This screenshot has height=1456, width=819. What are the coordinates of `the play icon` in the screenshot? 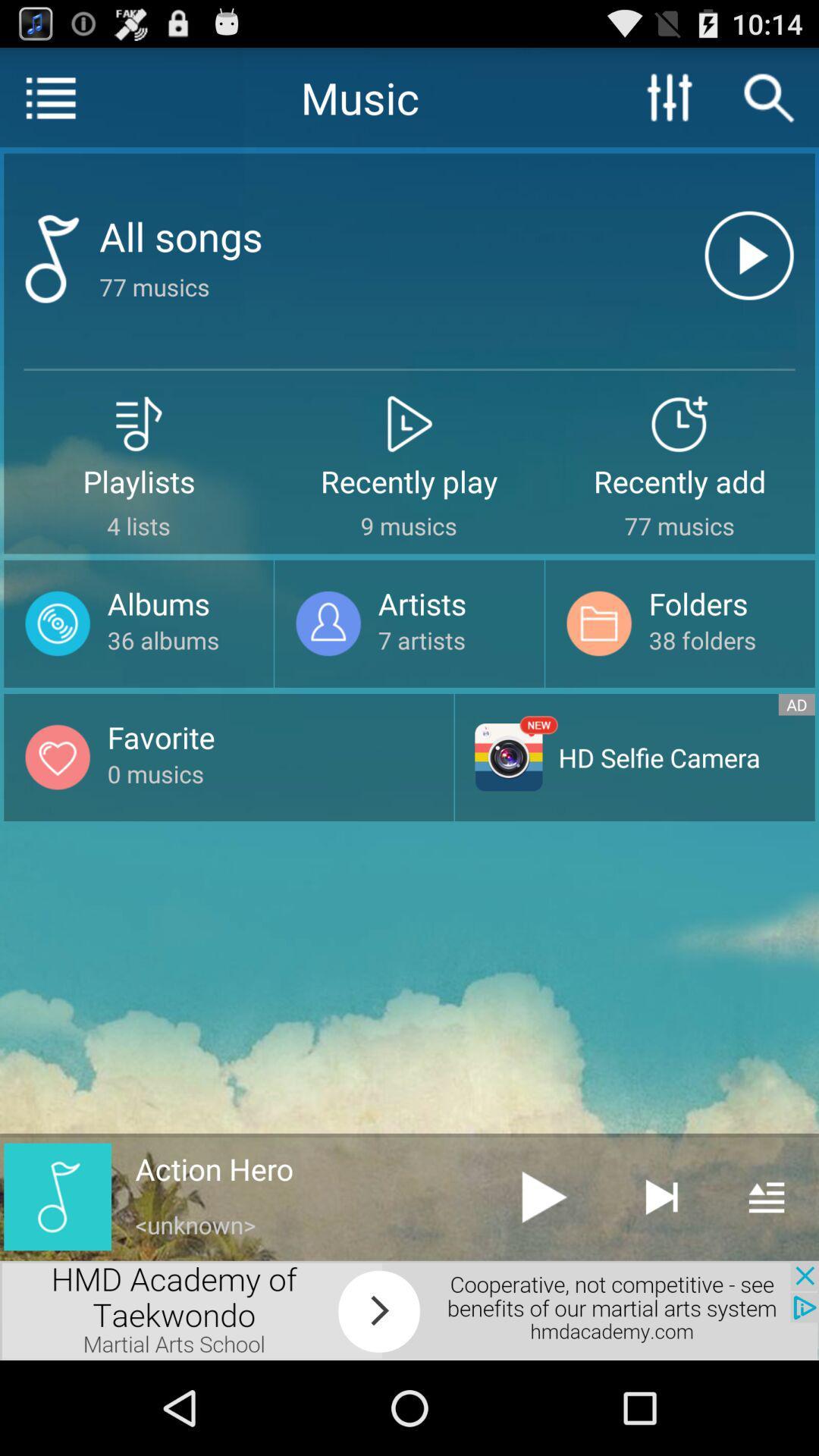 It's located at (543, 1280).